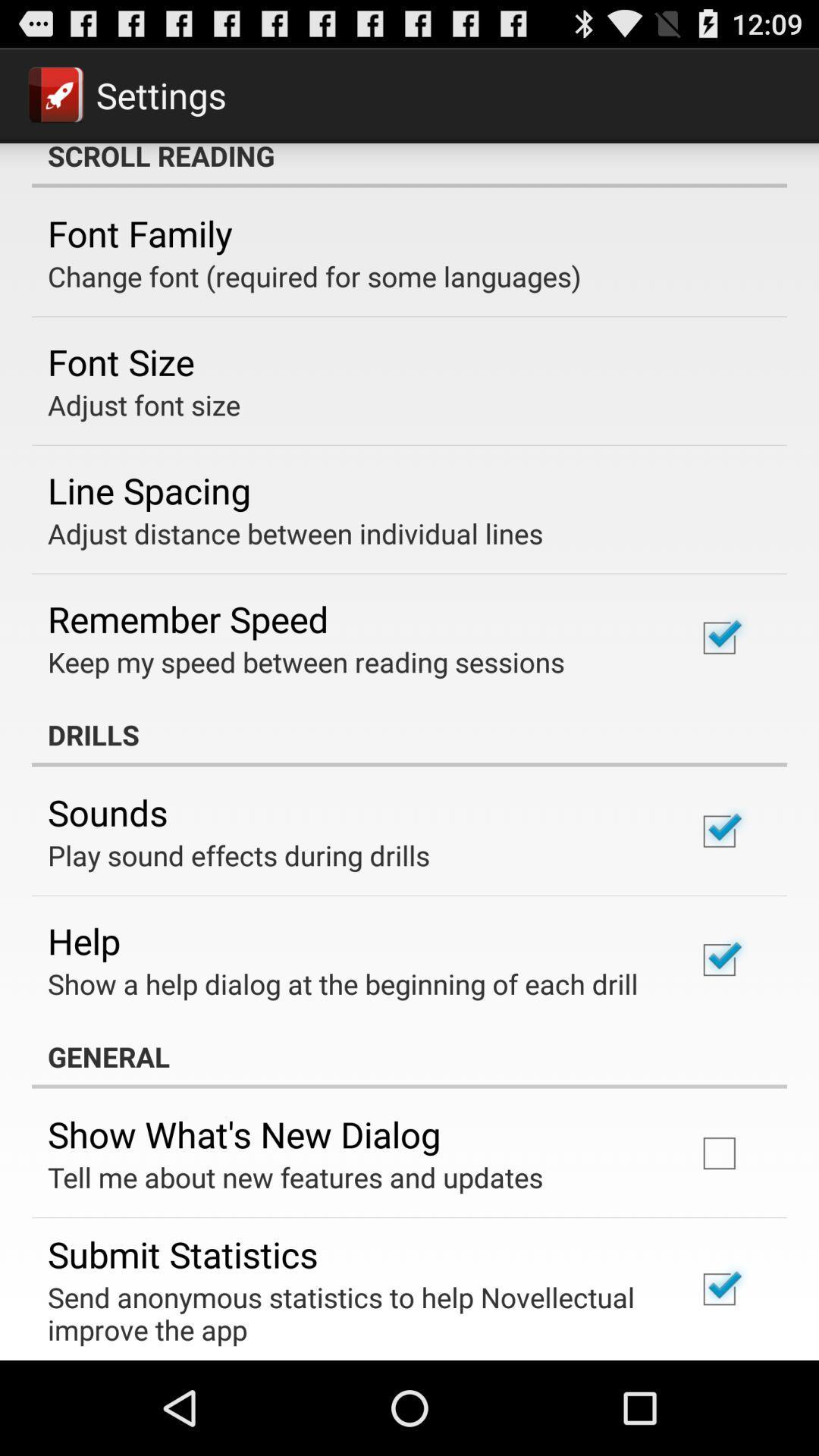 The image size is (819, 1456). What do you see at coordinates (149, 490) in the screenshot?
I see `the item below adjust font size icon` at bounding box center [149, 490].